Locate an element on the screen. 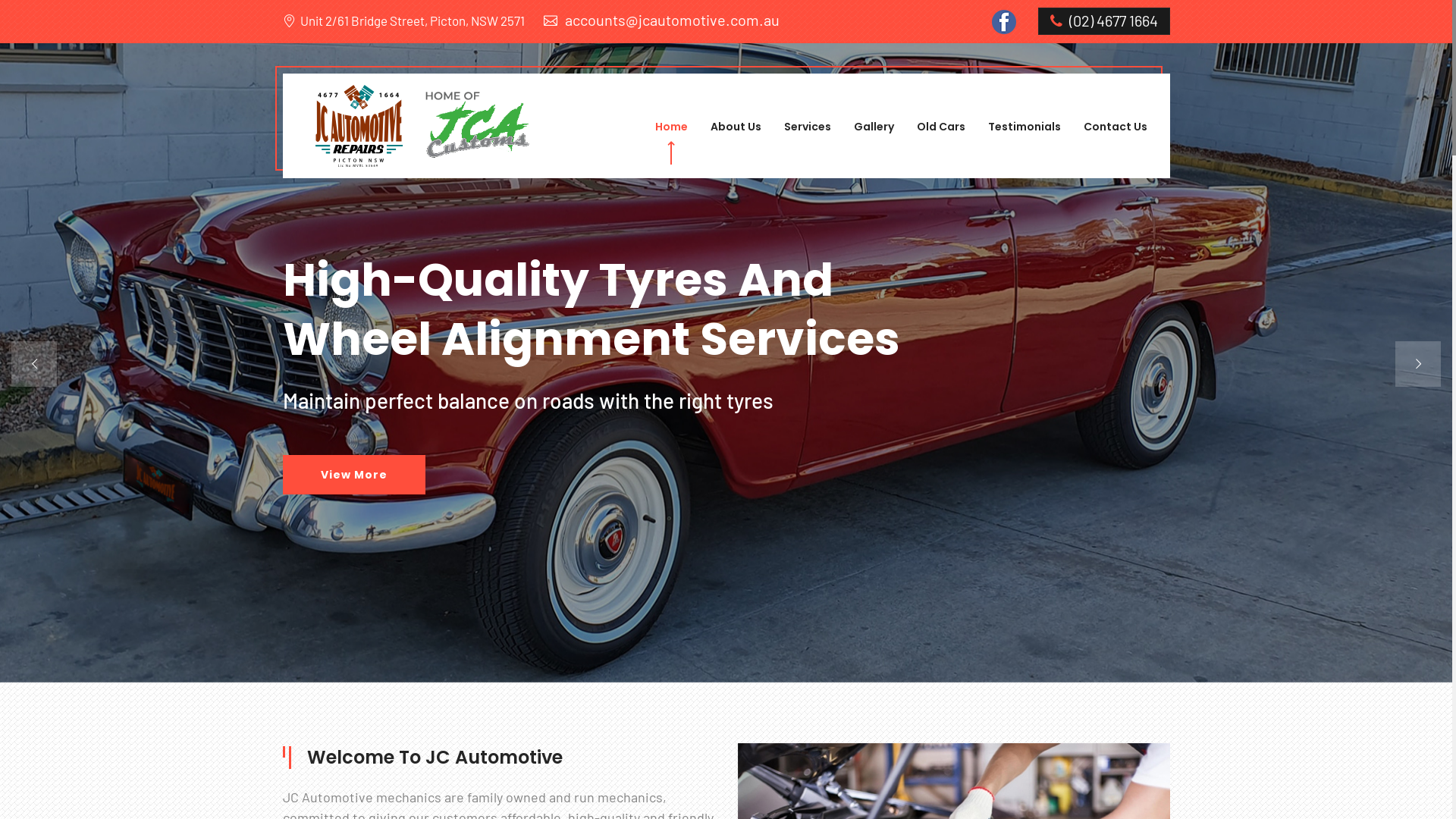  'accounts@jcautomotive.com.au' is located at coordinates (661, 20).